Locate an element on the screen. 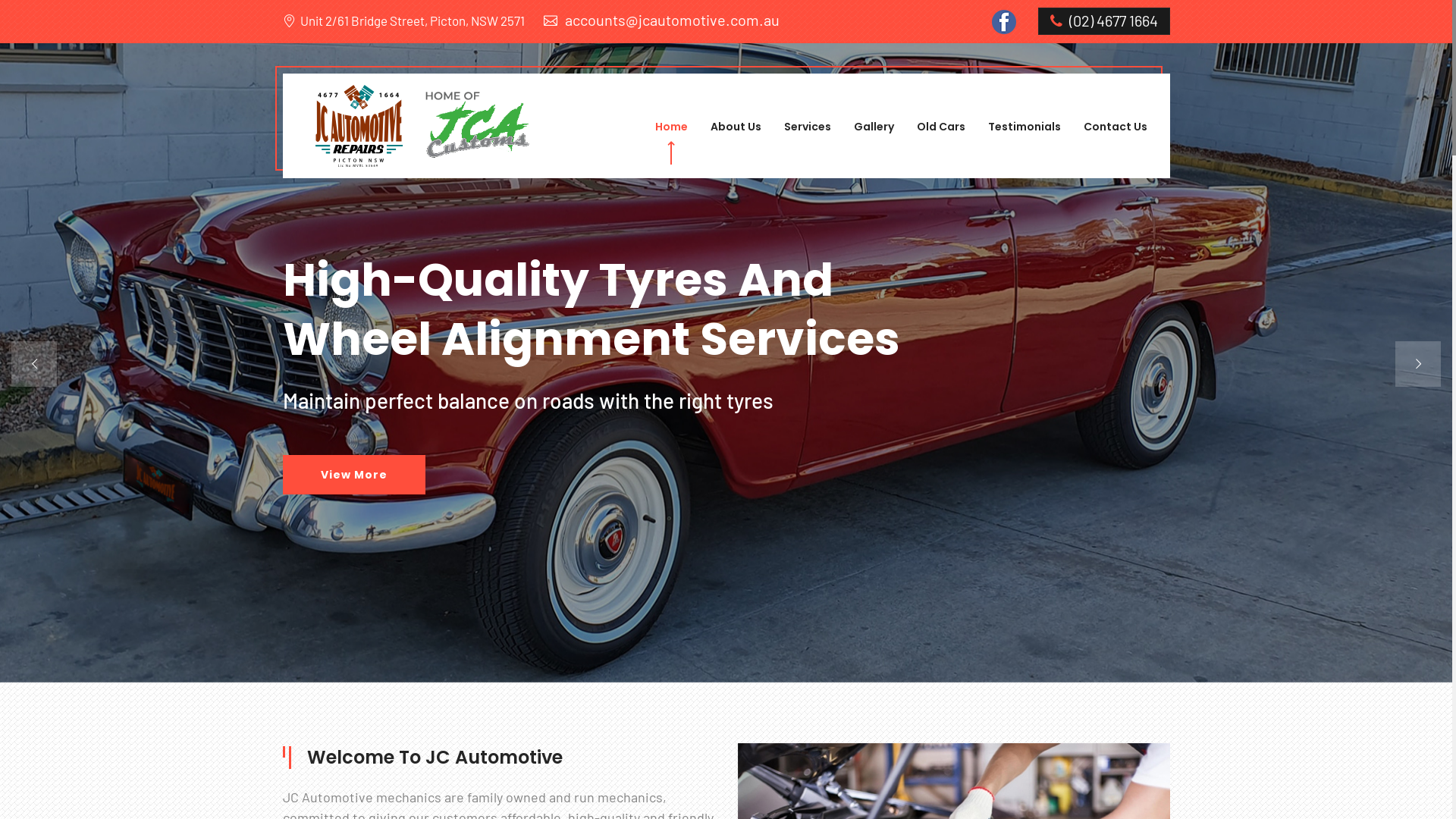  'accounts@jcautomotive.com.au' is located at coordinates (661, 20).